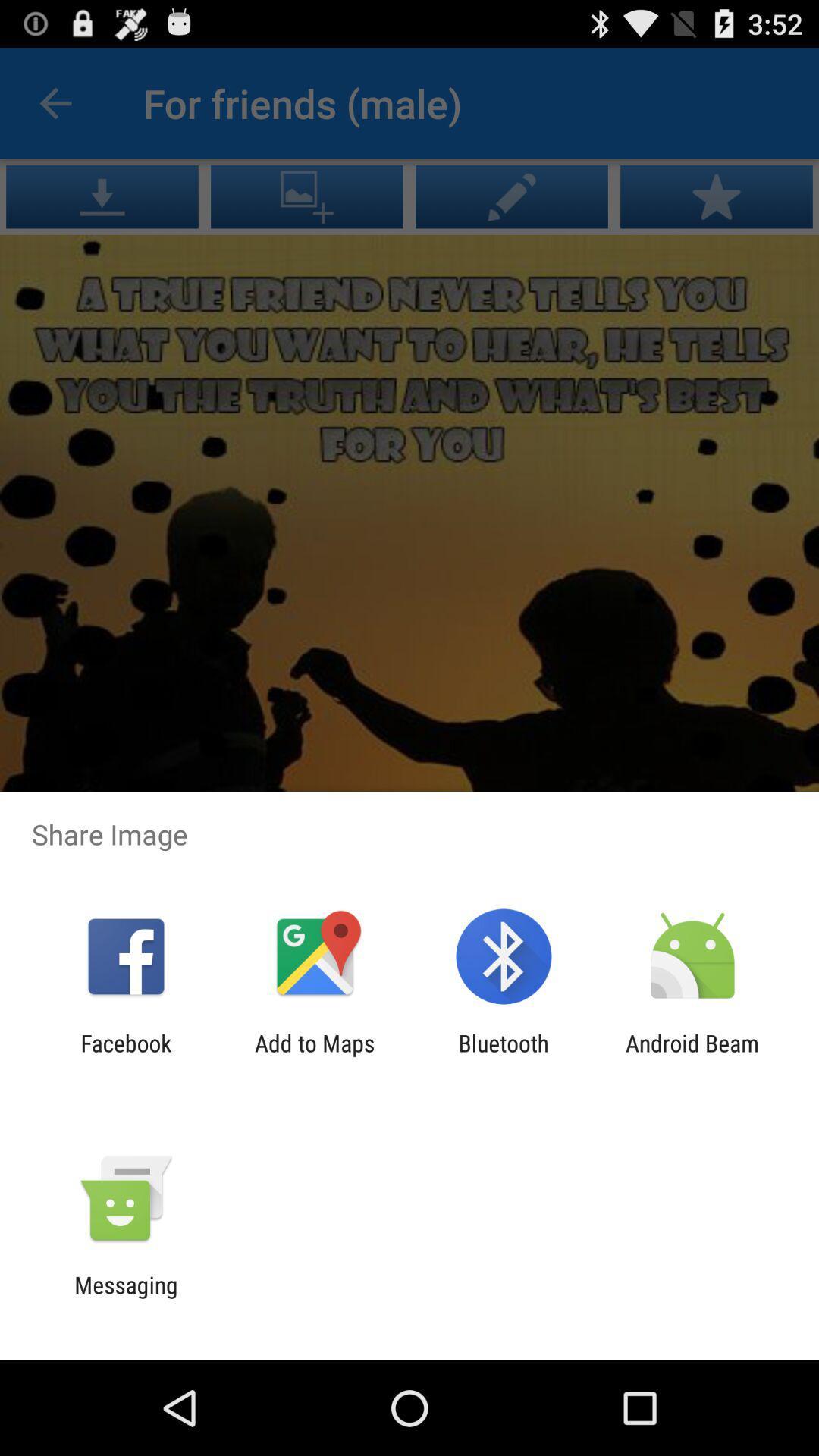 The image size is (819, 1456). What do you see at coordinates (692, 1056) in the screenshot?
I see `android beam app` at bounding box center [692, 1056].